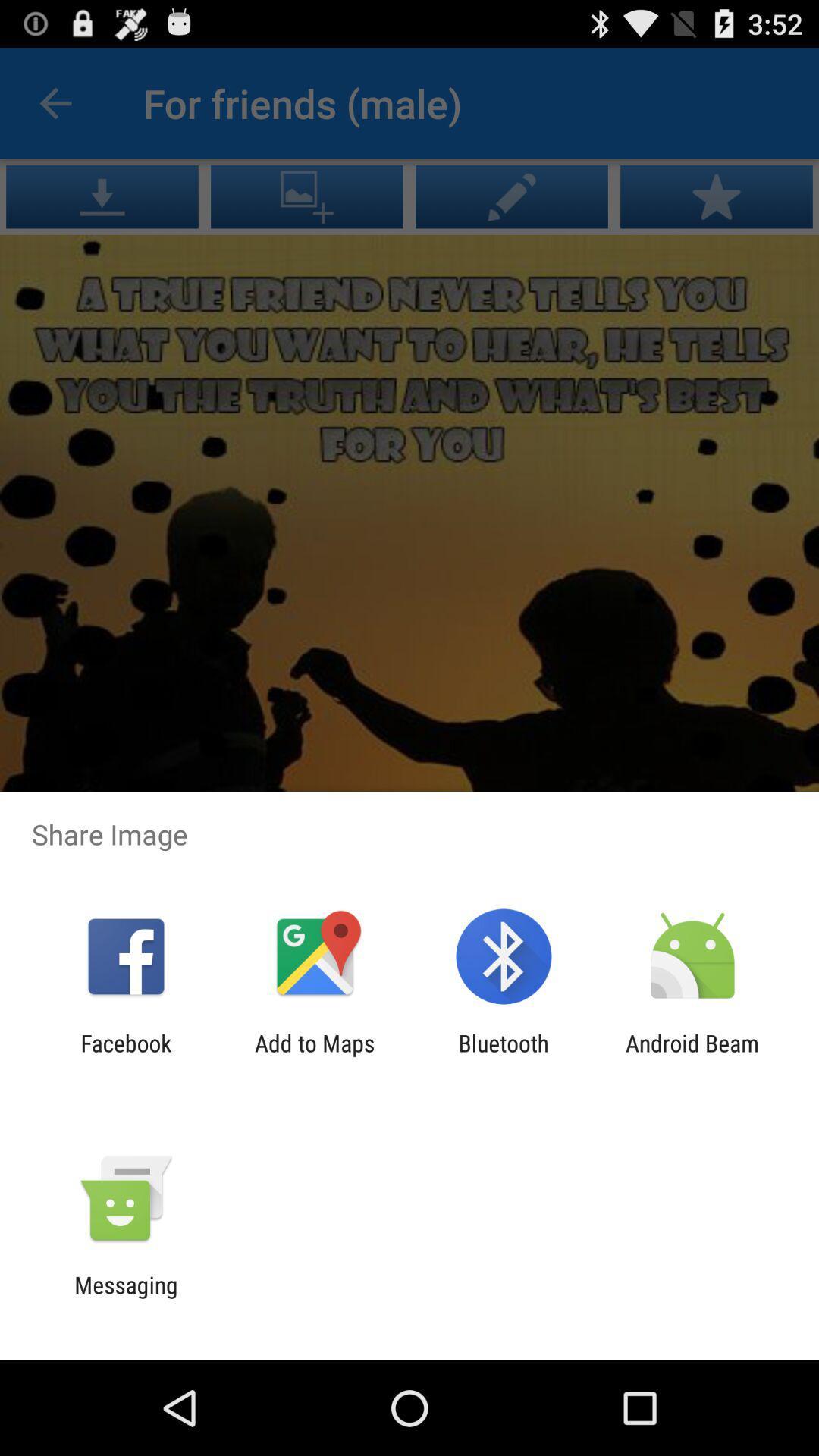 The image size is (819, 1456). What do you see at coordinates (692, 1056) in the screenshot?
I see `android beam app` at bounding box center [692, 1056].